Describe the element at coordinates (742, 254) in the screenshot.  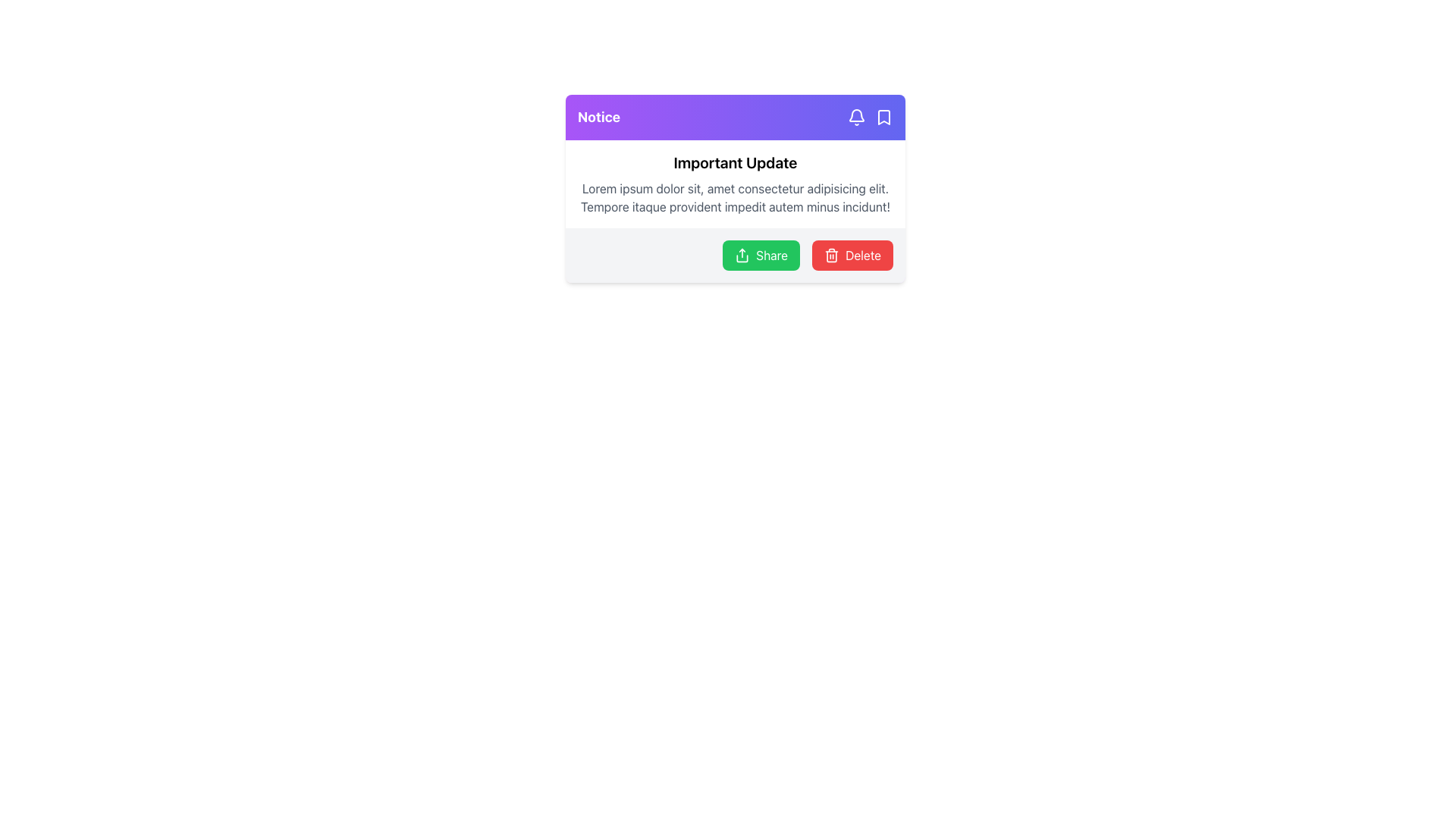
I see `the share icon button, which is the leftmost button in a horizontal arrangement of buttons within a green button labeled 'Share', featuring an upward arrow from a box` at that location.